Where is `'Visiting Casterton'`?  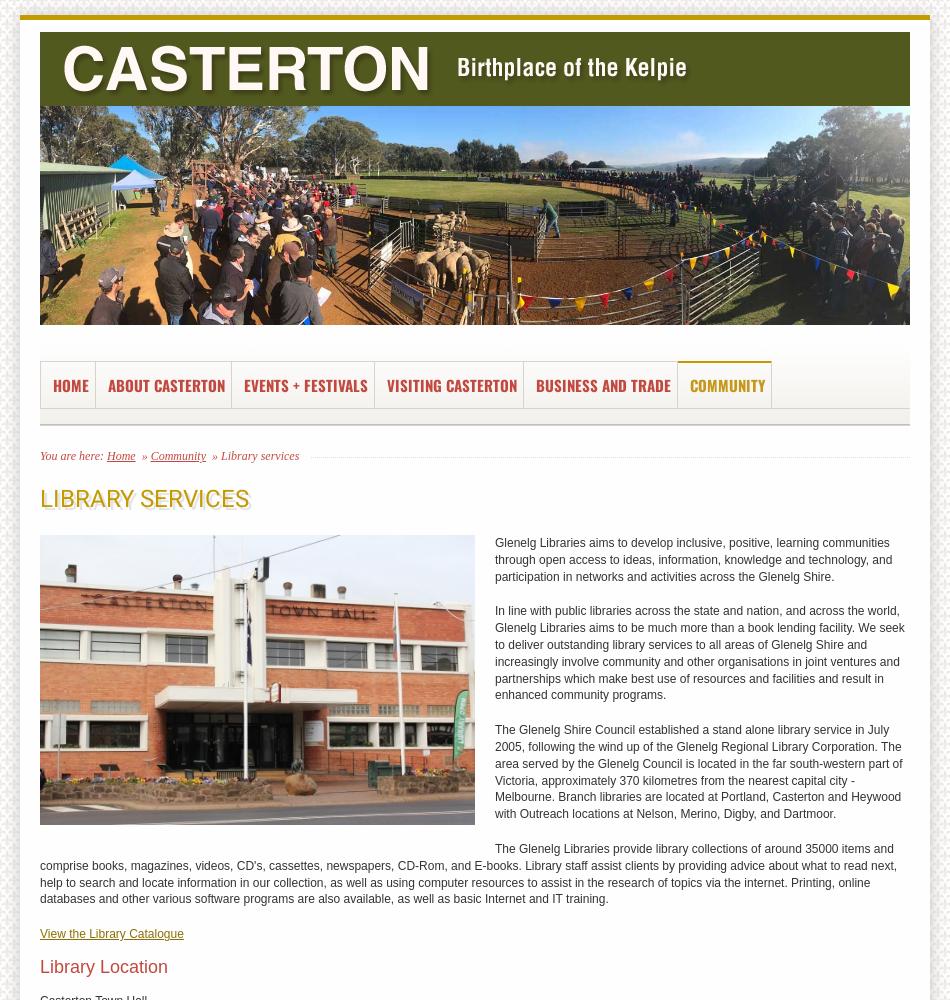 'Visiting Casterton' is located at coordinates (451, 385).